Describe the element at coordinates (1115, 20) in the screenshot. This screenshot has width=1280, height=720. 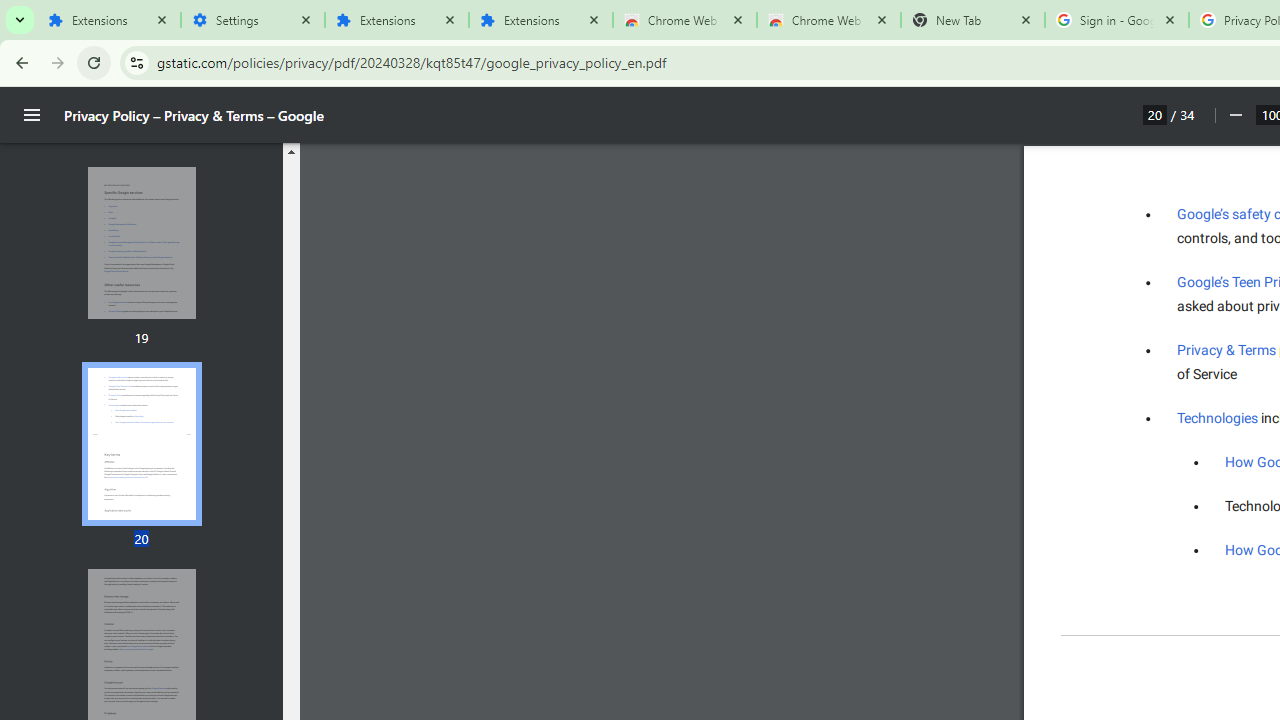
I see `'Sign in - Google Accounts'` at that location.